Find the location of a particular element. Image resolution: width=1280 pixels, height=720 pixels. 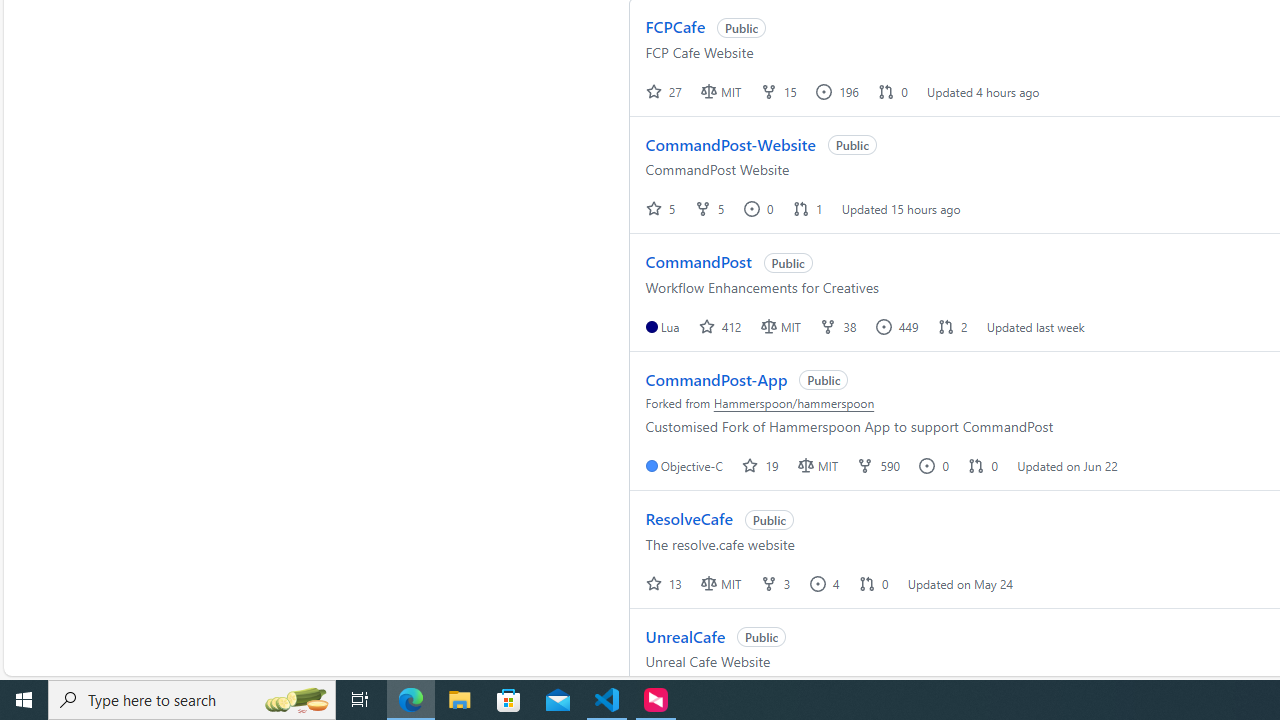

'FCPCafe' is located at coordinates (675, 27).